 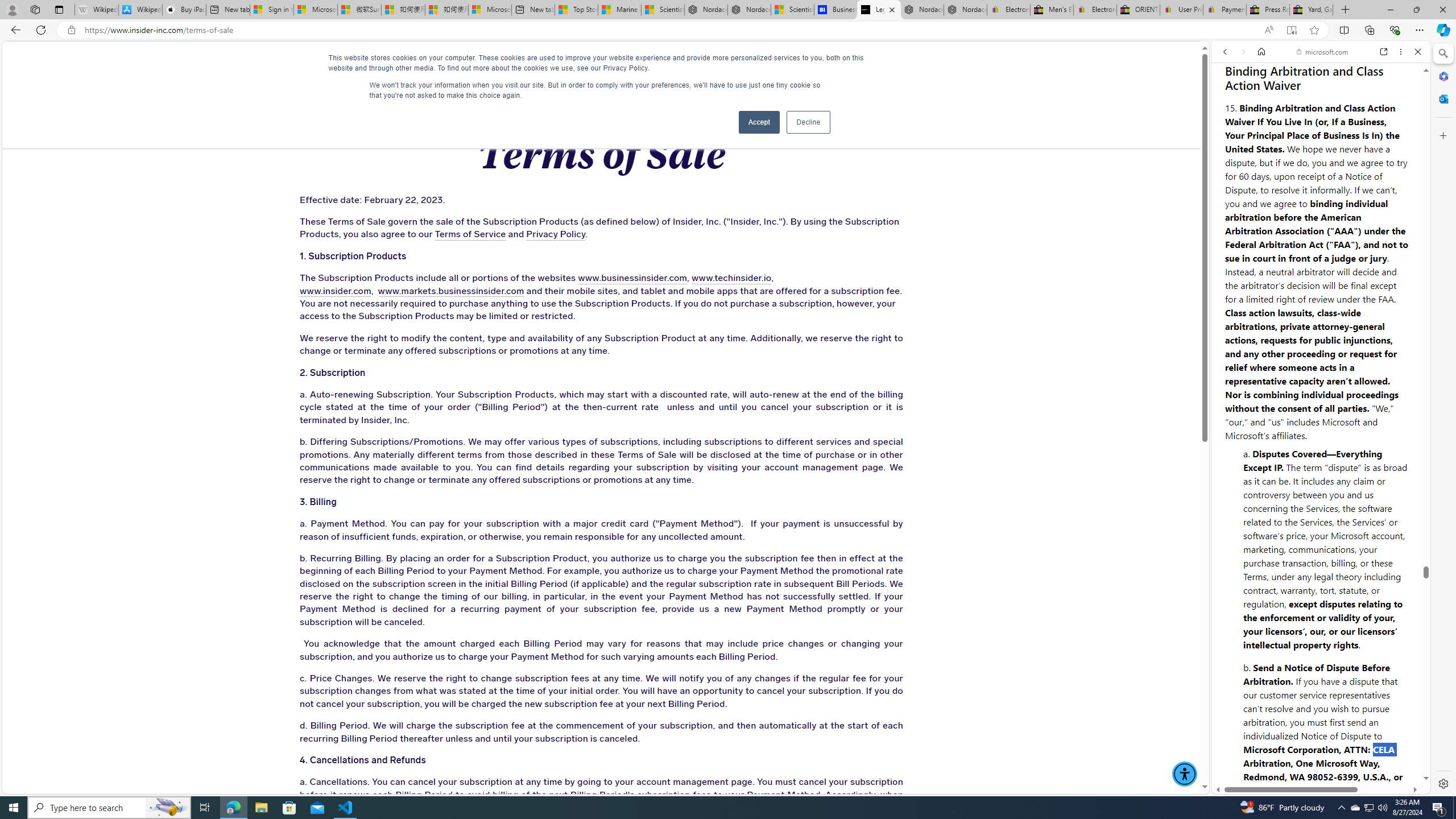 What do you see at coordinates (1259, 102) in the screenshot?
I see `'This site scope'` at bounding box center [1259, 102].